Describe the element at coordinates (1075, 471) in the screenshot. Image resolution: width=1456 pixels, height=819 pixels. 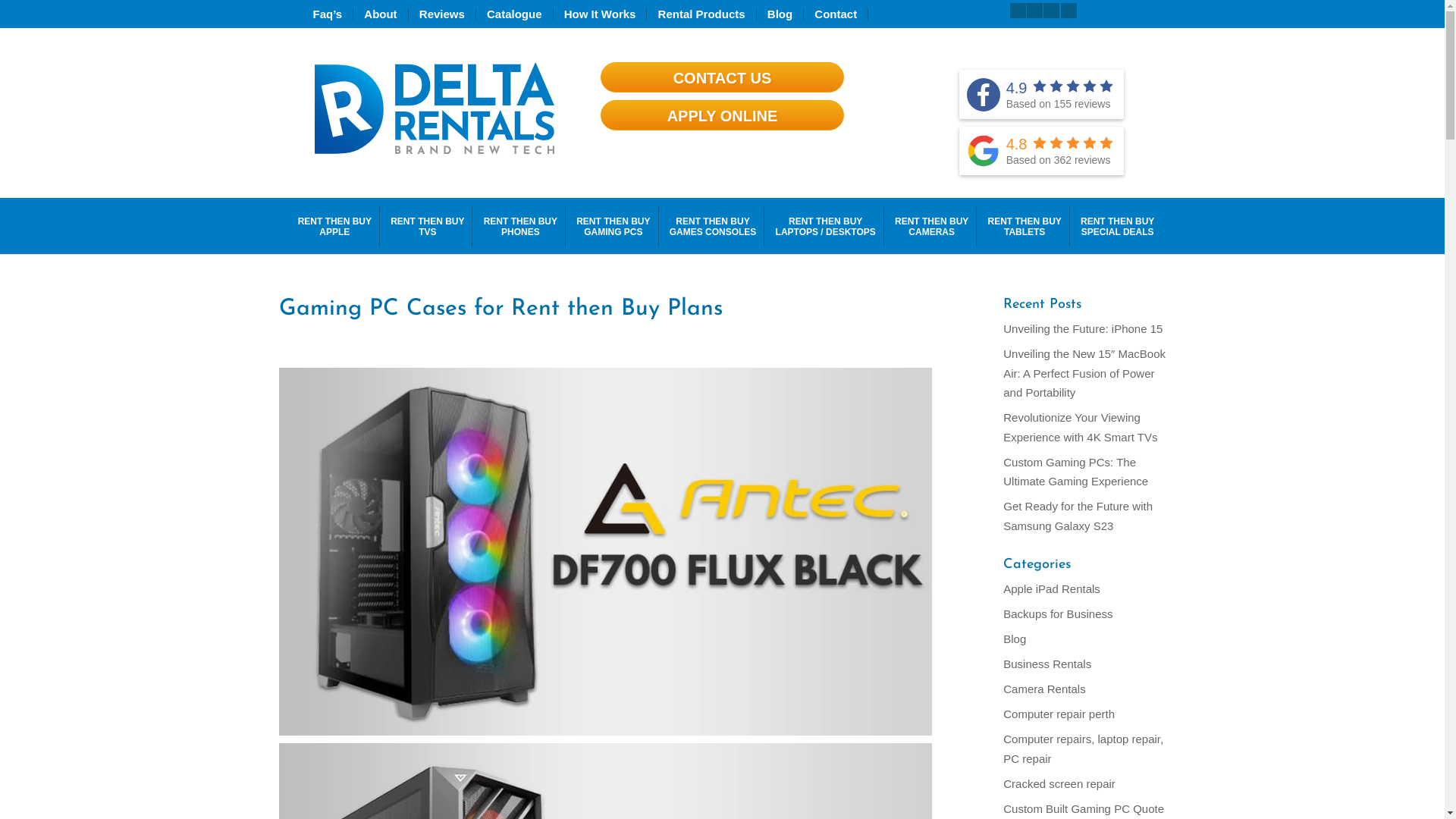
I see `'Custom Gaming PCs: The Ultimate Gaming Experience'` at that location.